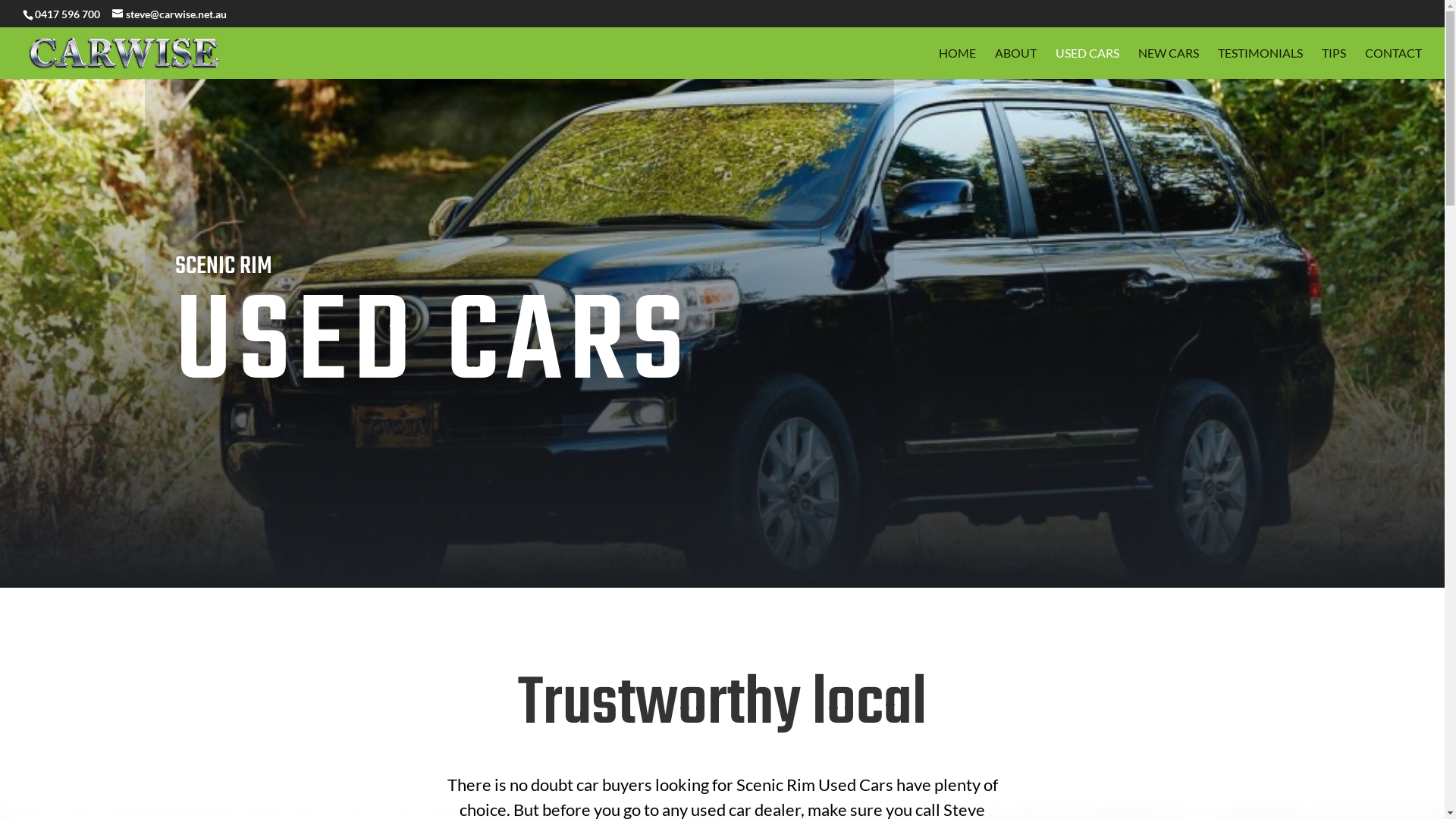 The height and width of the screenshot is (819, 1456). What do you see at coordinates (938, 62) in the screenshot?
I see `'HOME'` at bounding box center [938, 62].